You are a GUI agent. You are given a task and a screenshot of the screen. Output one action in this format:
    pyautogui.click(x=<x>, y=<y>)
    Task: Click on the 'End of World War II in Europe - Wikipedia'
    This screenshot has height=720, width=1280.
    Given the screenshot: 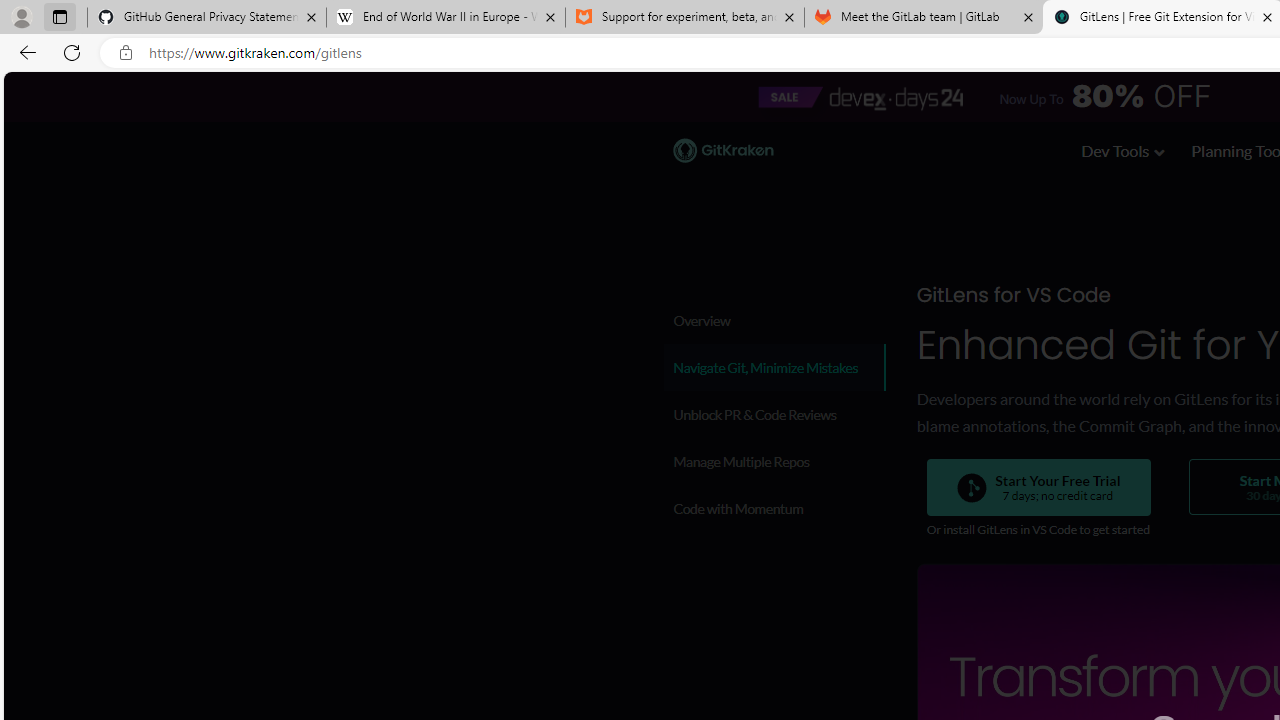 What is the action you would take?
    pyautogui.click(x=444, y=17)
    